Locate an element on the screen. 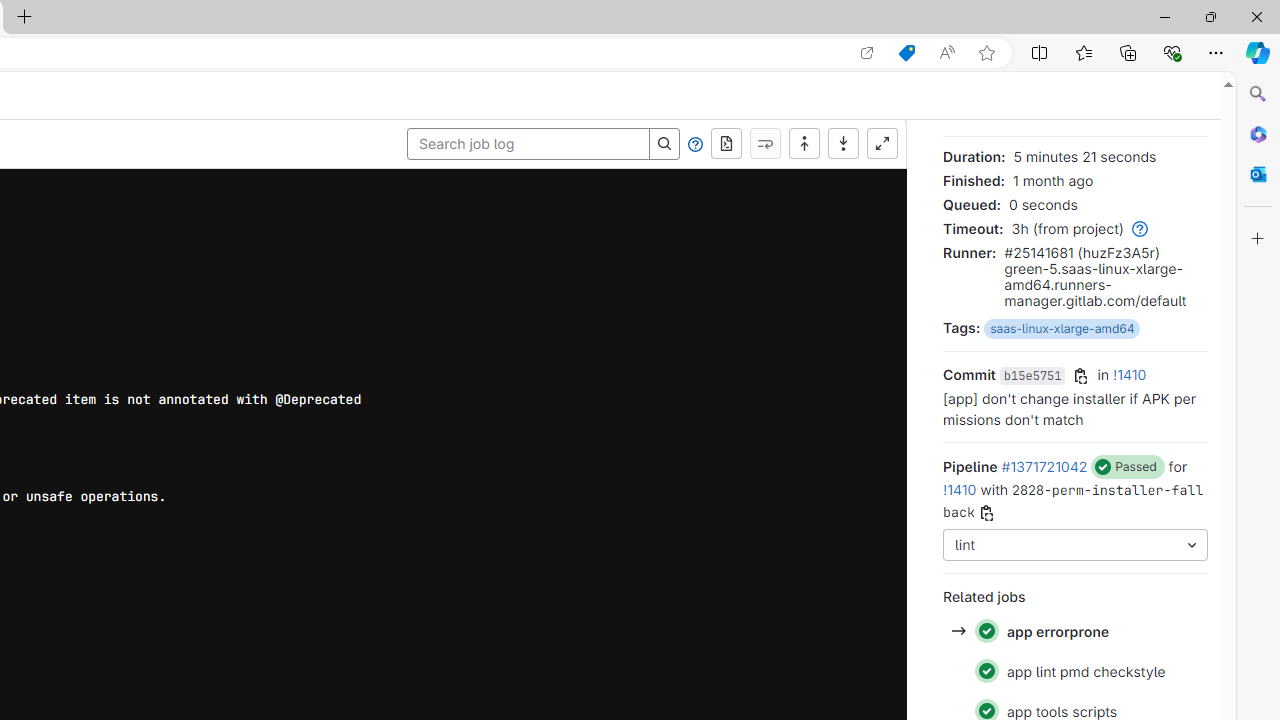 This screenshot has width=1280, height=720. 'Class: gl-link' is located at coordinates (1137, 227).